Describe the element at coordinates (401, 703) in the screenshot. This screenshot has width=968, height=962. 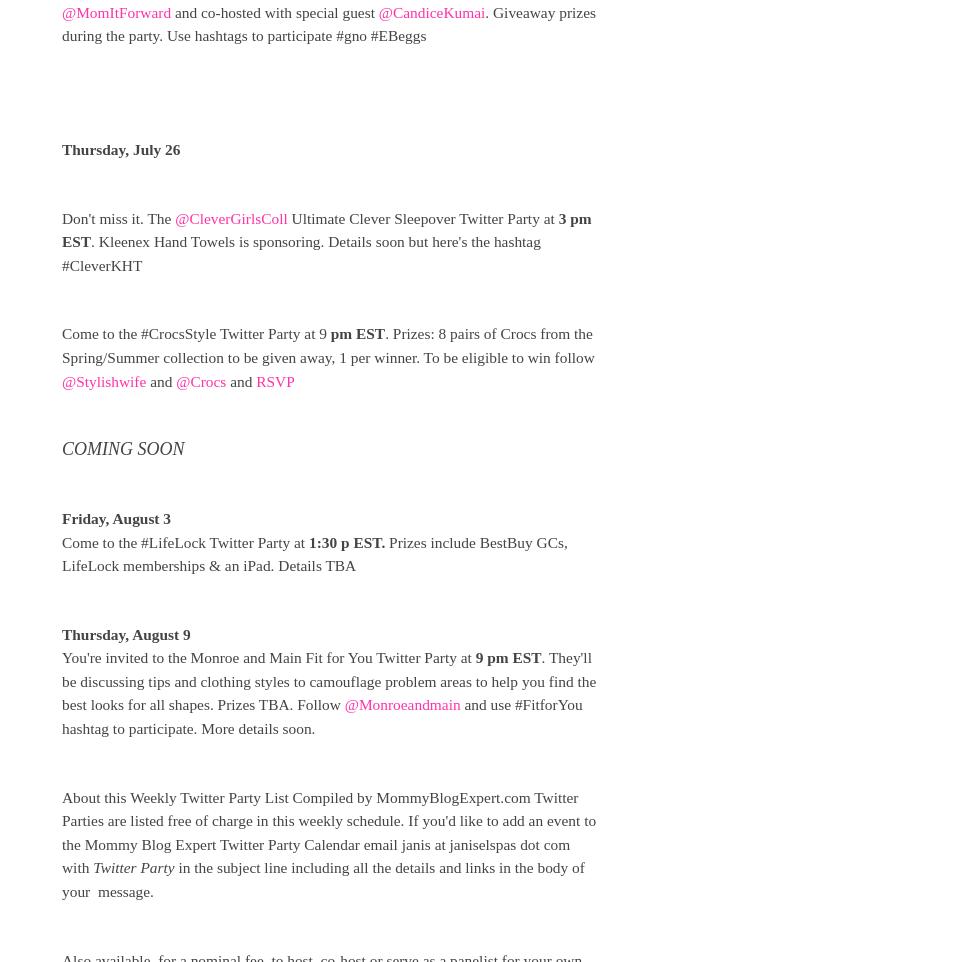
I see `'@Monroeandmain'` at that location.